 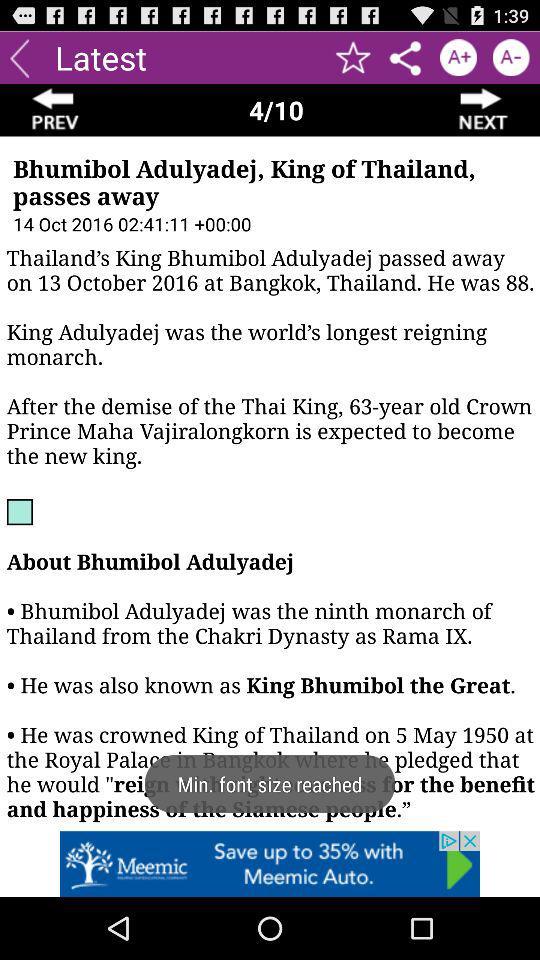 I want to click on the star icon, so click(x=352, y=61).